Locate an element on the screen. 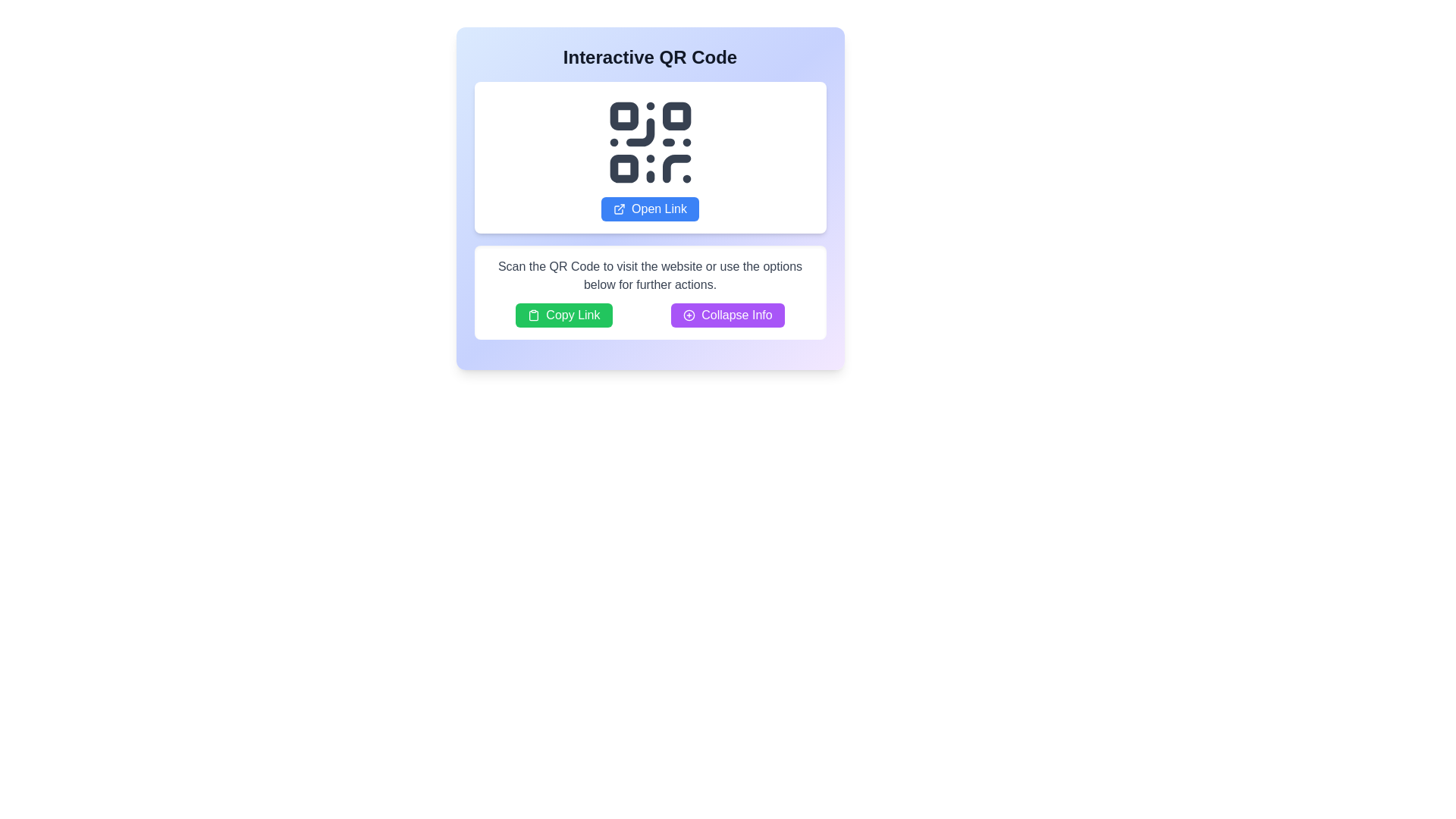  the compact '+' icon with a purple hue, located on the left side of the 'Collapse Info' button is located at coordinates (689, 315).